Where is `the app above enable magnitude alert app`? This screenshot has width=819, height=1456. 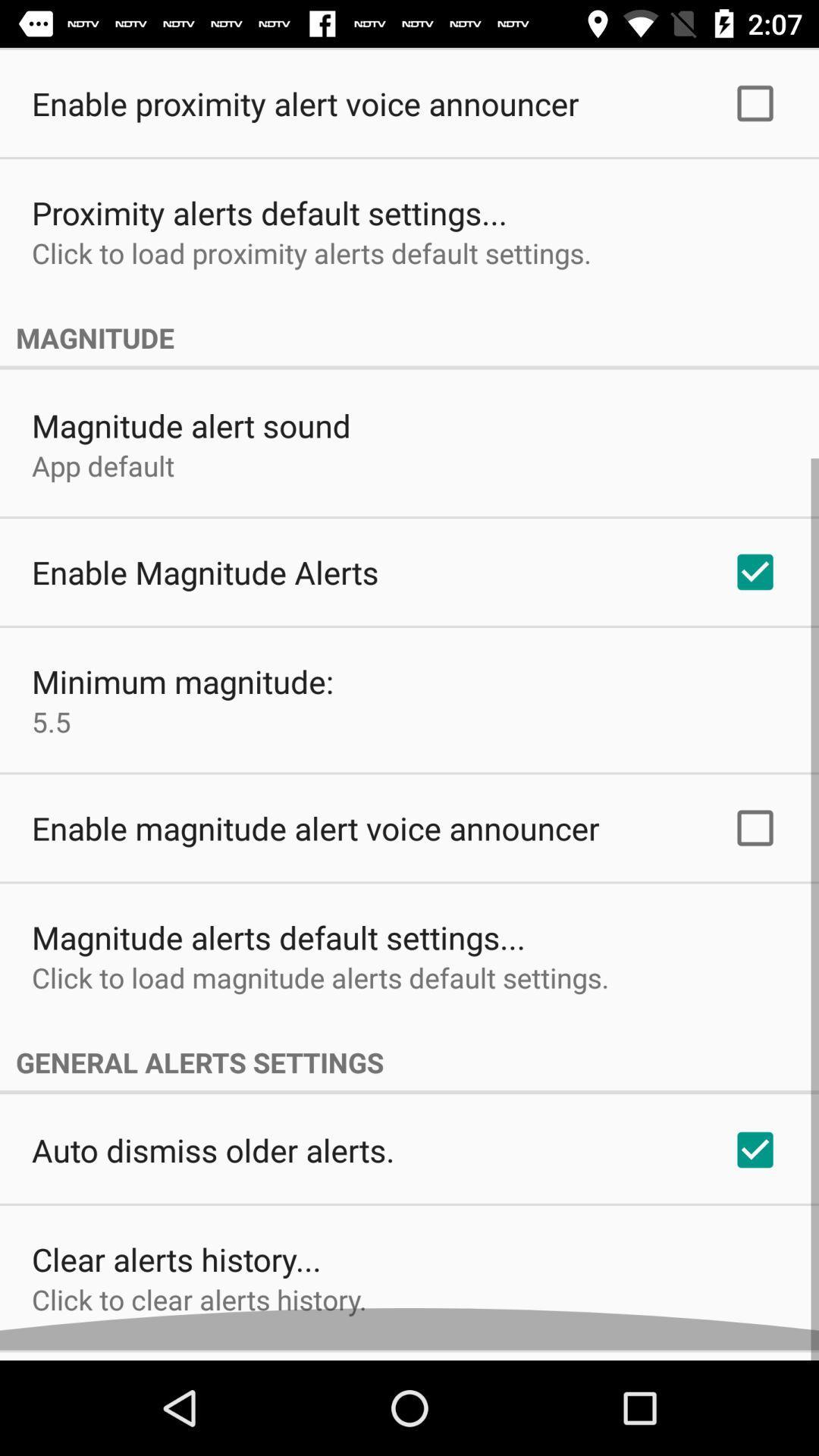 the app above enable magnitude alert app is located at coordinates (50, 732).